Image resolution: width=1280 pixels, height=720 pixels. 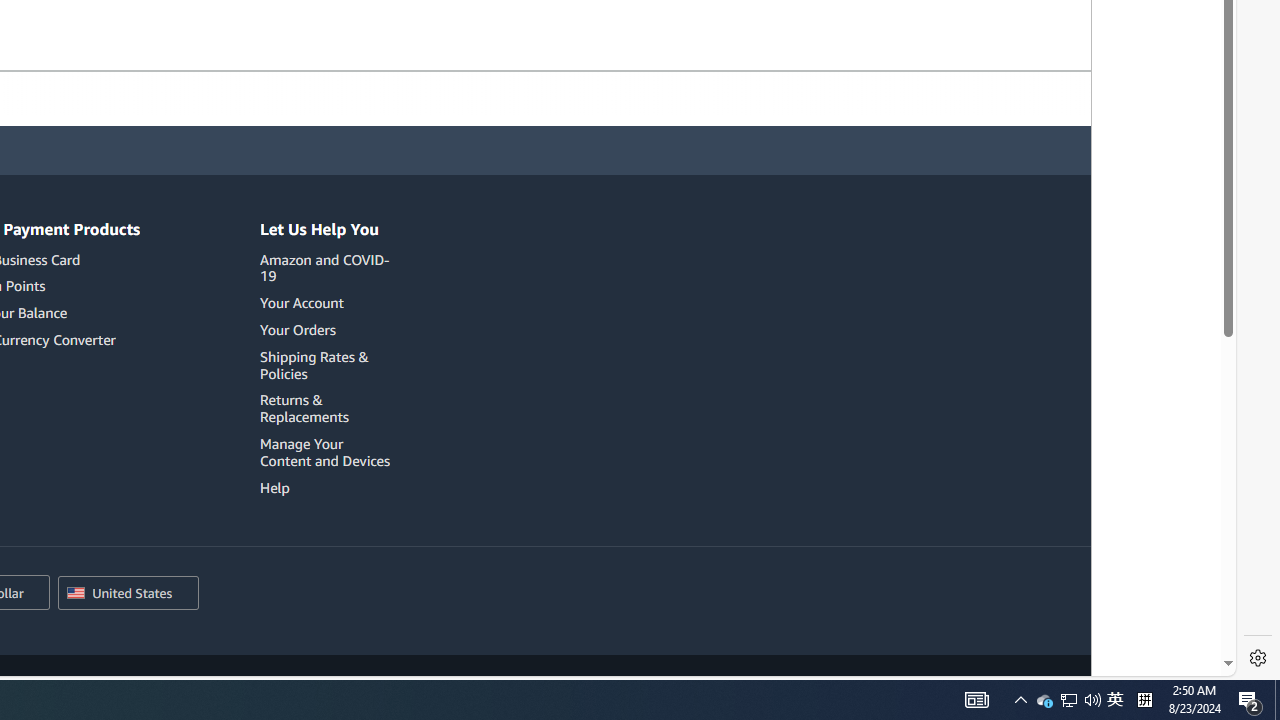 What do you see at coordinates (328, 329) in the screenshot?
I see `'Your Orders'` at bounding box center [328, 329].